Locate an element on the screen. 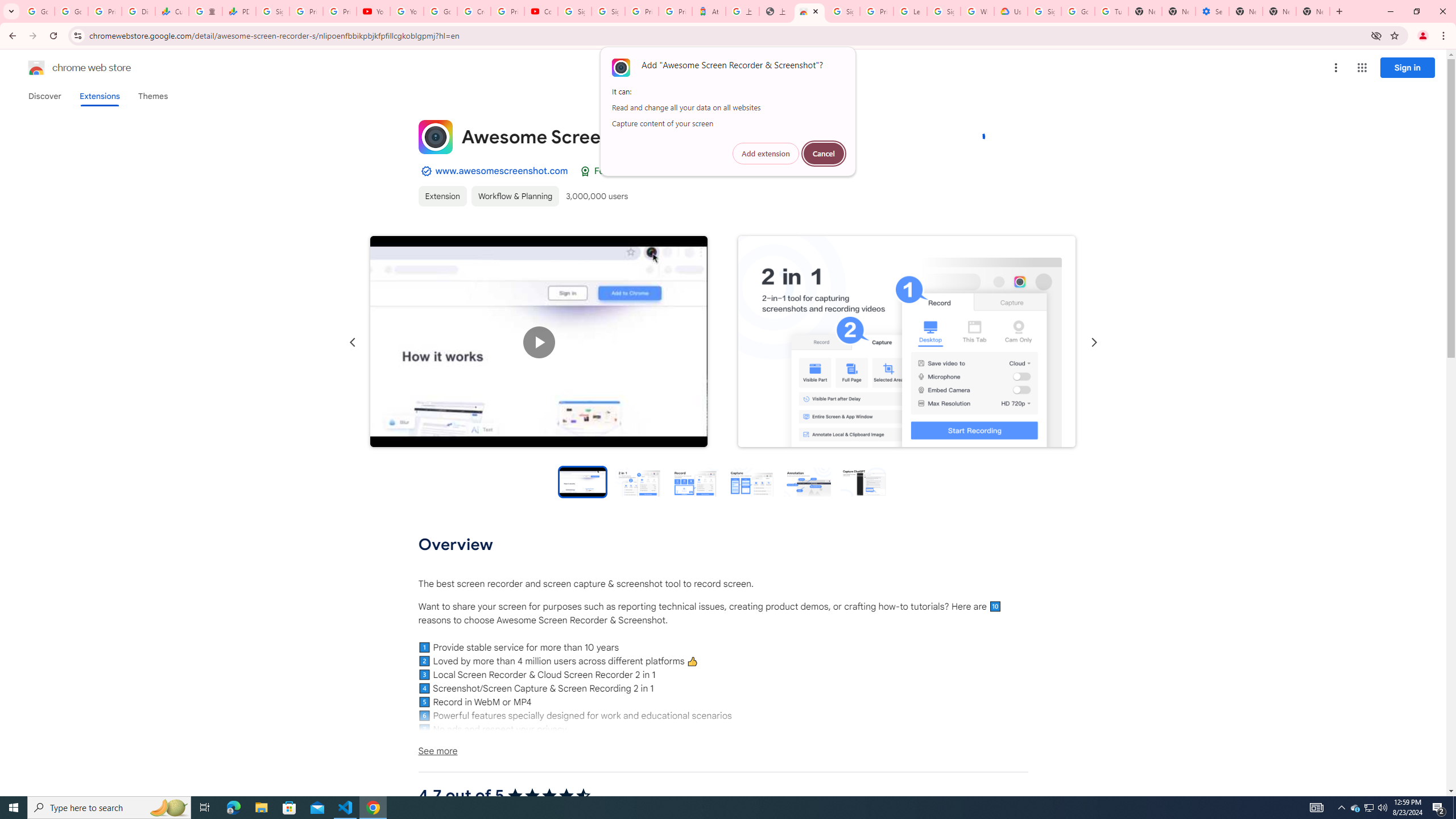 Image resolution: width=1456 pixels, height=819 pixels. 'Item media 2 screenshot' is located at coordinates (906, 342).